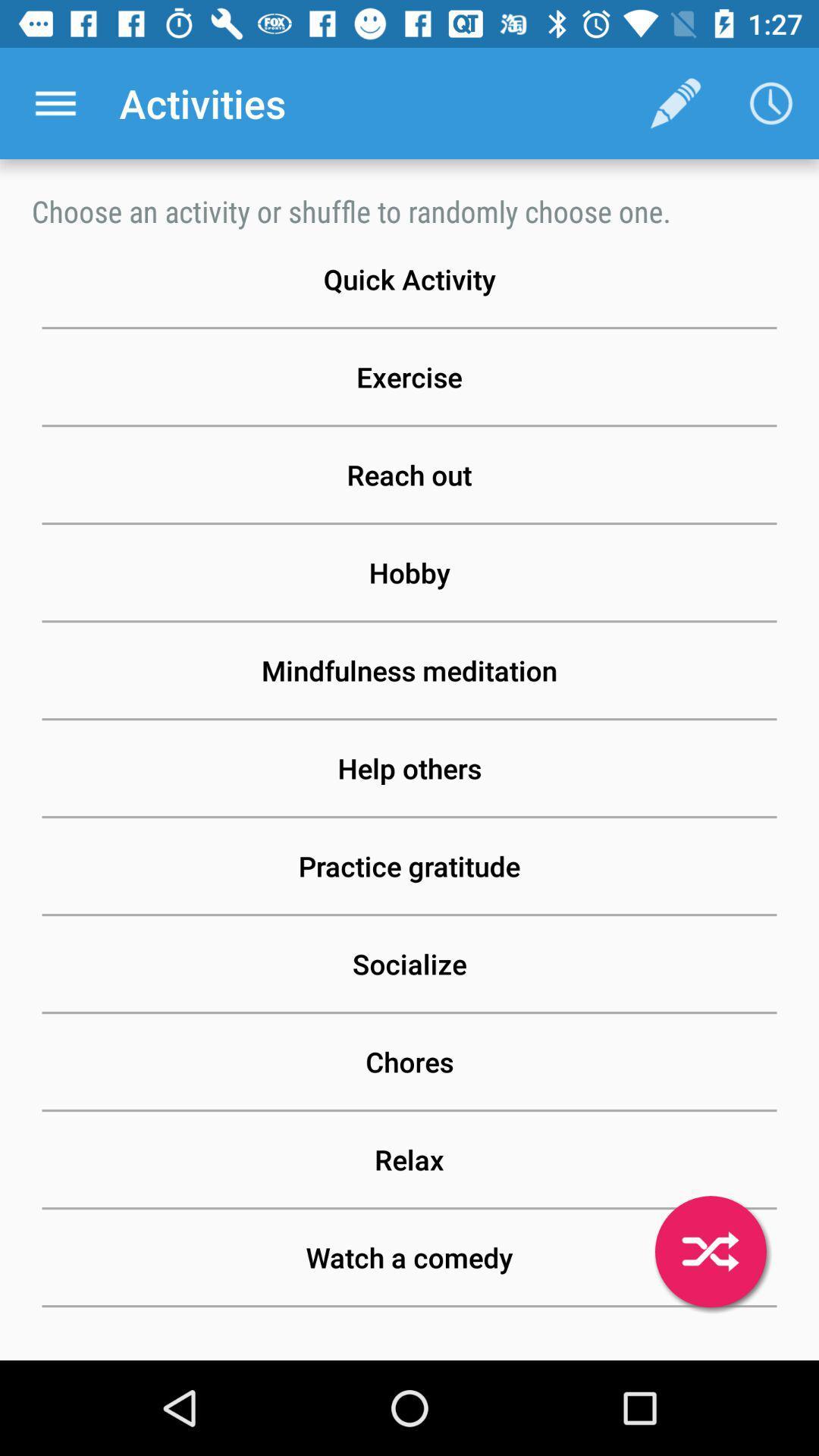 The width and height of the screenshot is (819, 1456). Describe the element at coordinates (409, 1257) in the screenshot. I see `watch a comedy icon` at that location.